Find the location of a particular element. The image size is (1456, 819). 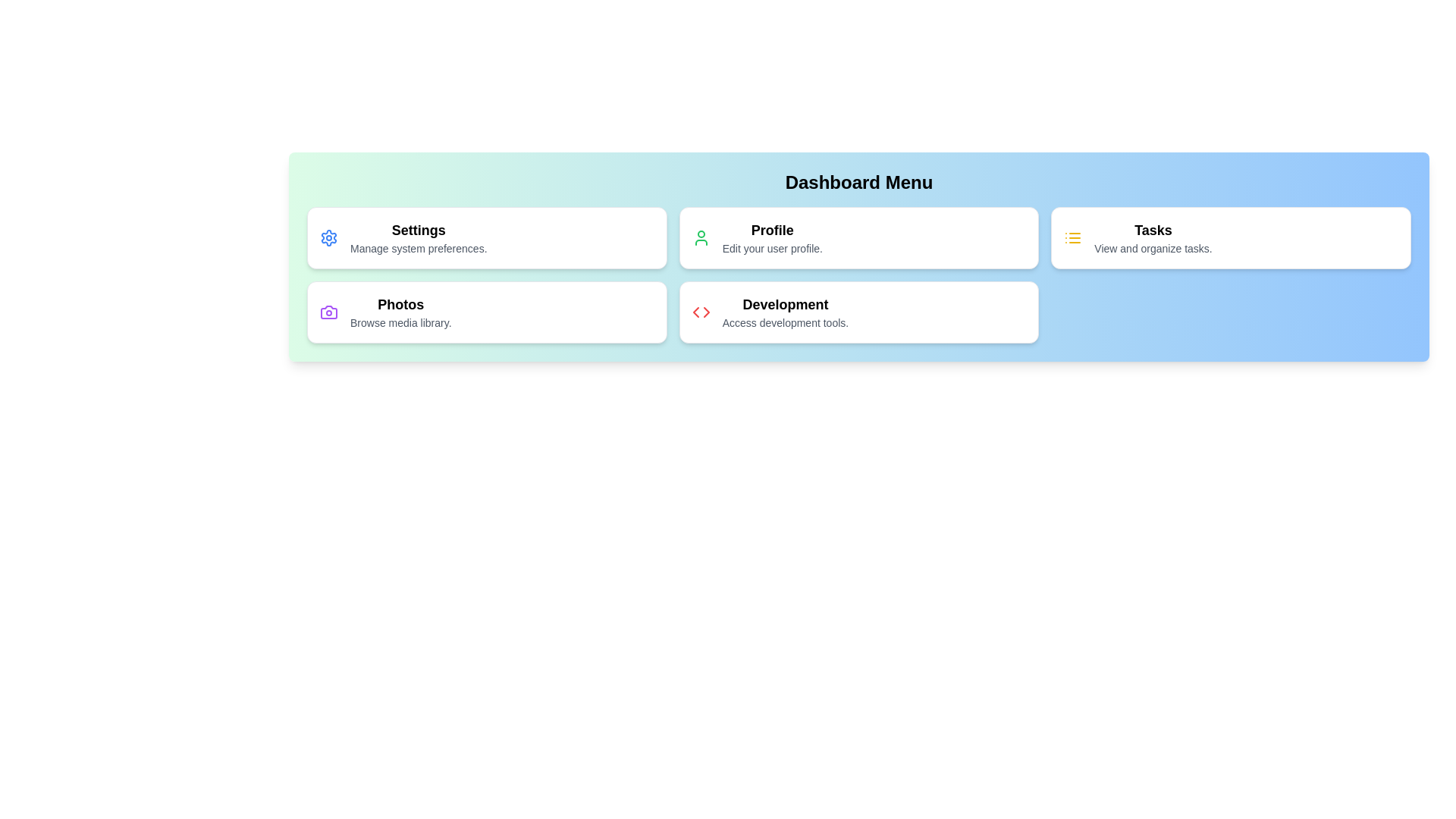

the menu item corresponding to Profile is located at coordinates (858, 237).